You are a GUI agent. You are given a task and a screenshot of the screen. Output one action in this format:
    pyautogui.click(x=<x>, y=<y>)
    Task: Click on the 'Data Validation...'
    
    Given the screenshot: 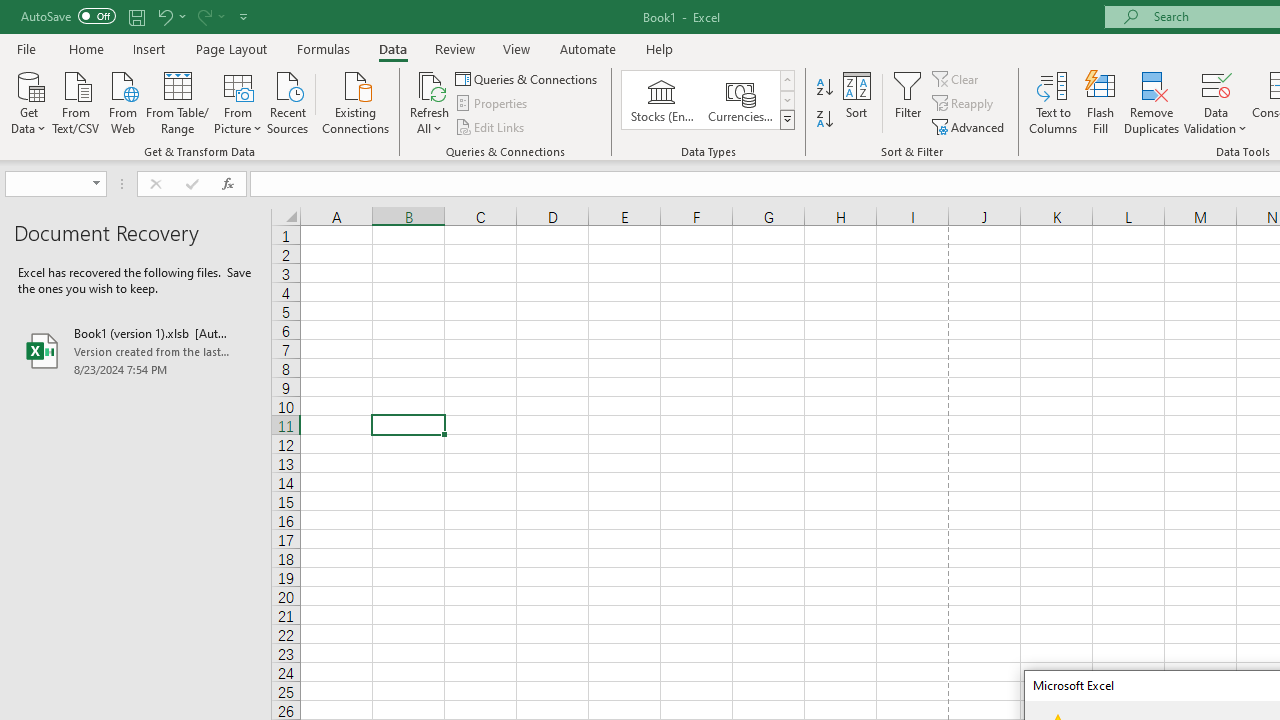 What is the action you would take?
    pyautogui.click(x=1215, y=103)
    